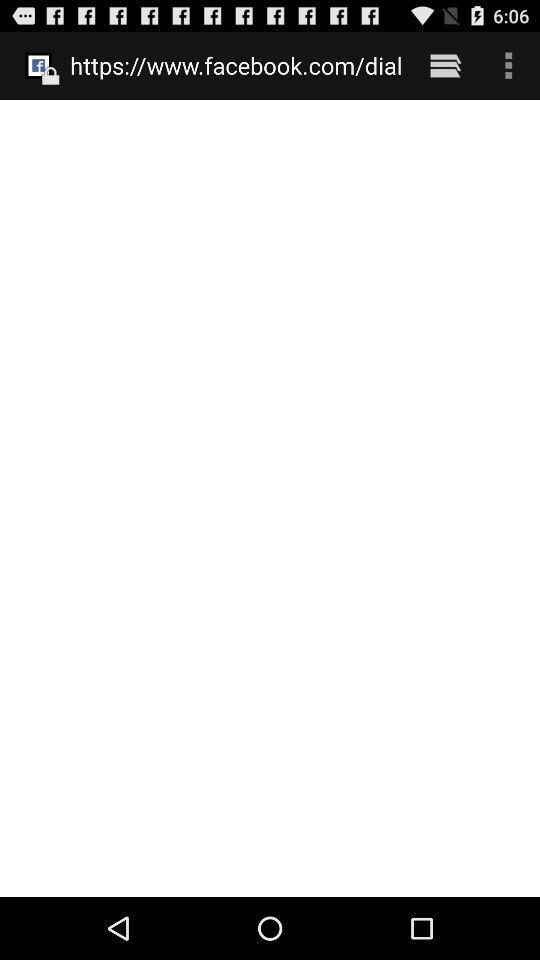  Describe the element at coordinates (270, 497) in the screenshot. I see `the item at the center` at that location.